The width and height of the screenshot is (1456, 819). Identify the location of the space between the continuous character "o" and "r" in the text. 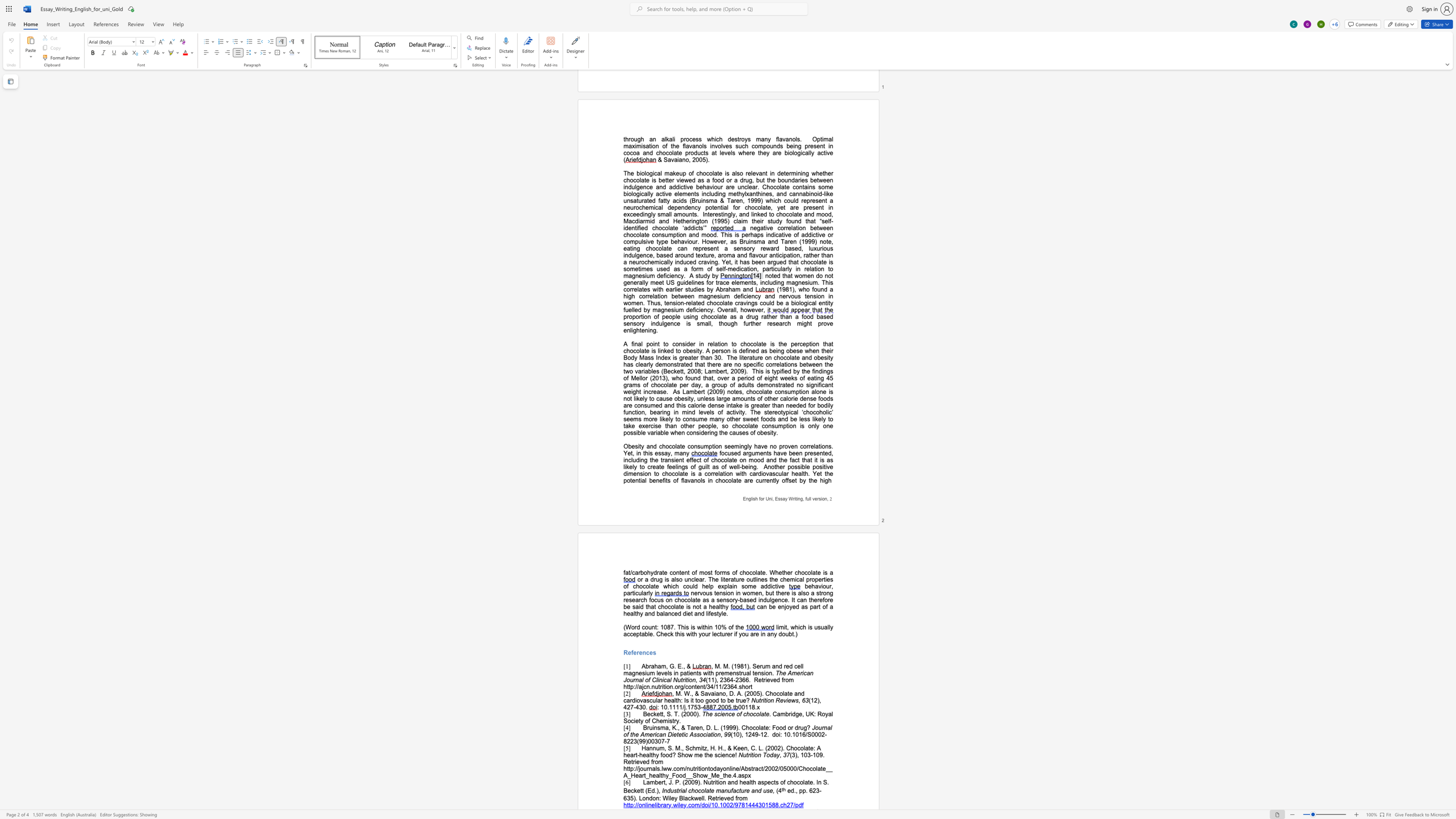
(634, 626).